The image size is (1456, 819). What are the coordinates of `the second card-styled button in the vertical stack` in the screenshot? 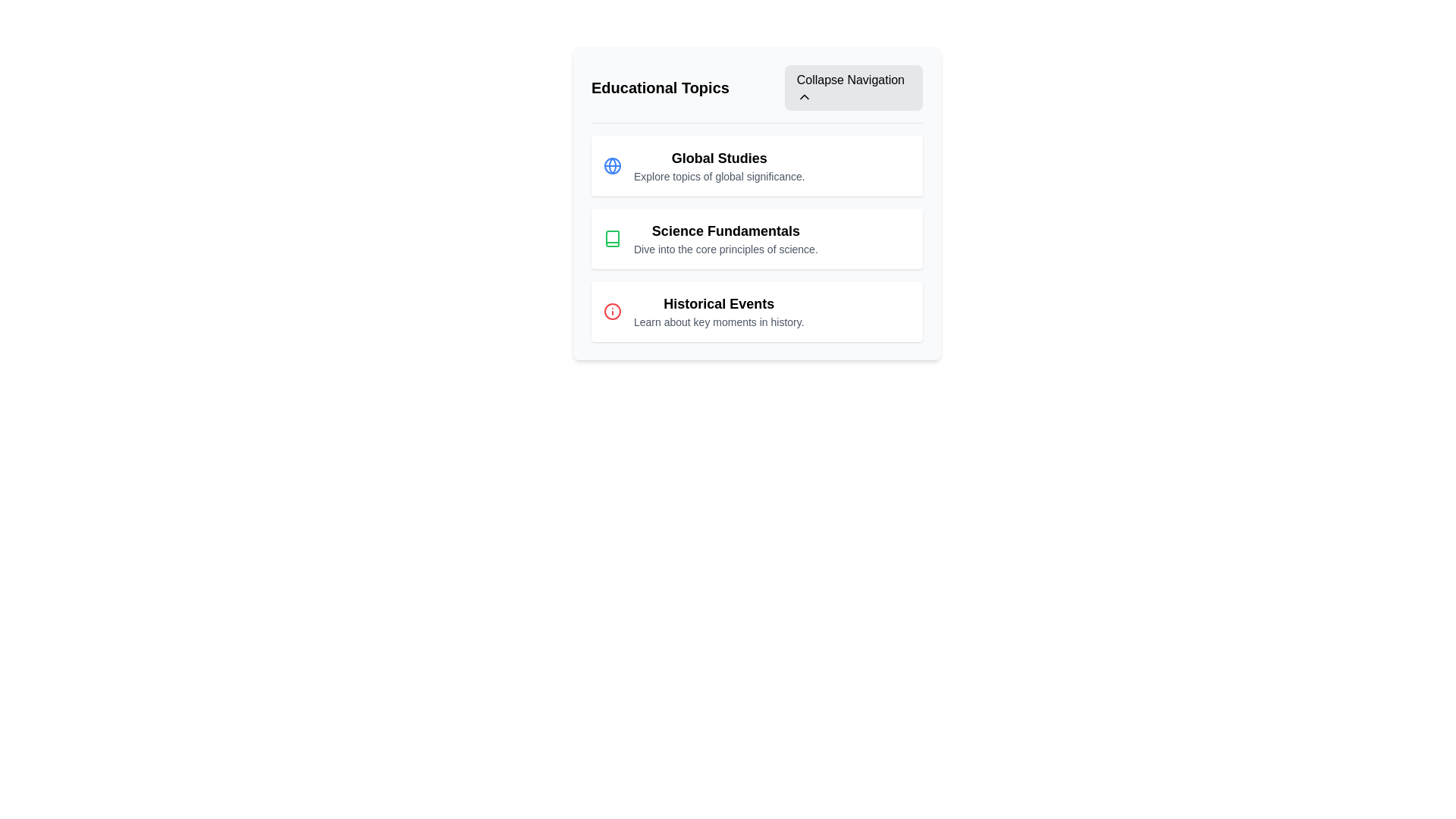 It's located at (757, 239).